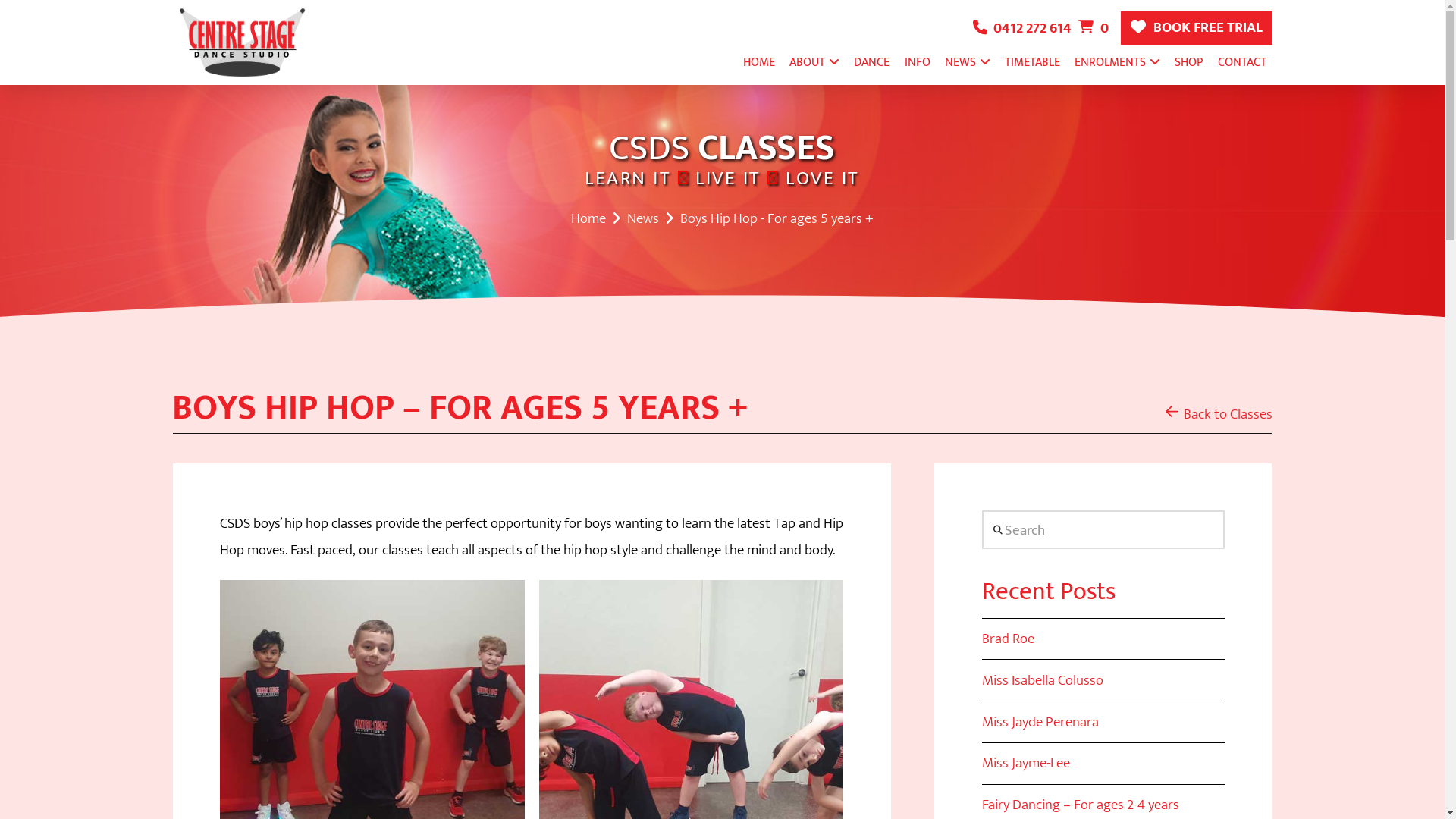 The image size is (1456, 819). What do you see at coordinates (1167, 61) in the screenshot?
I see `'SHOP'` at bounding box center [1167, 61].